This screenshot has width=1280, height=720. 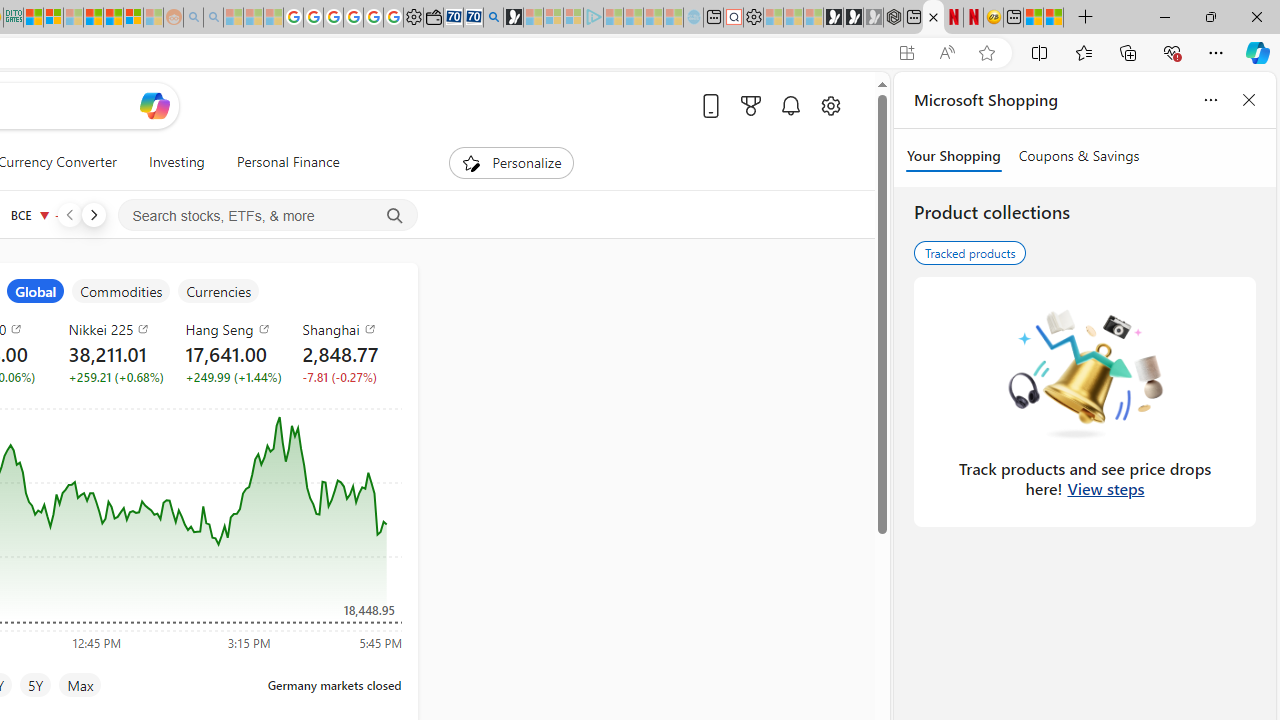 What do you see at coordinates (830, 105) in the screenshot?
I see `'Open settings'` at bounding box center [830, 105].